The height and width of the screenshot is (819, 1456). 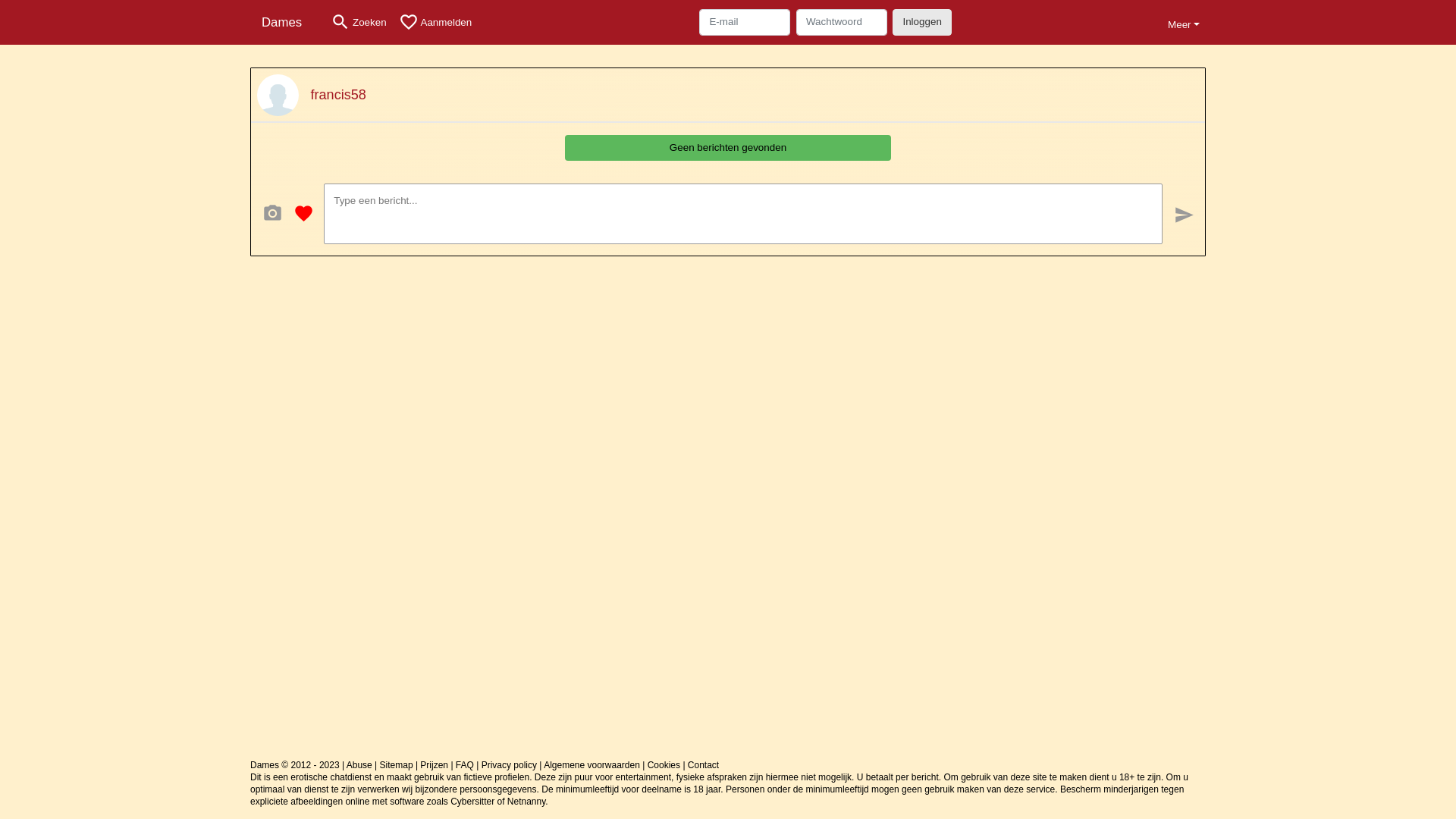 What do you see at coordinates (543, 765) in the screenshot?
I see `'Algemene voorwaarden'` at bounding box center [543, 765].